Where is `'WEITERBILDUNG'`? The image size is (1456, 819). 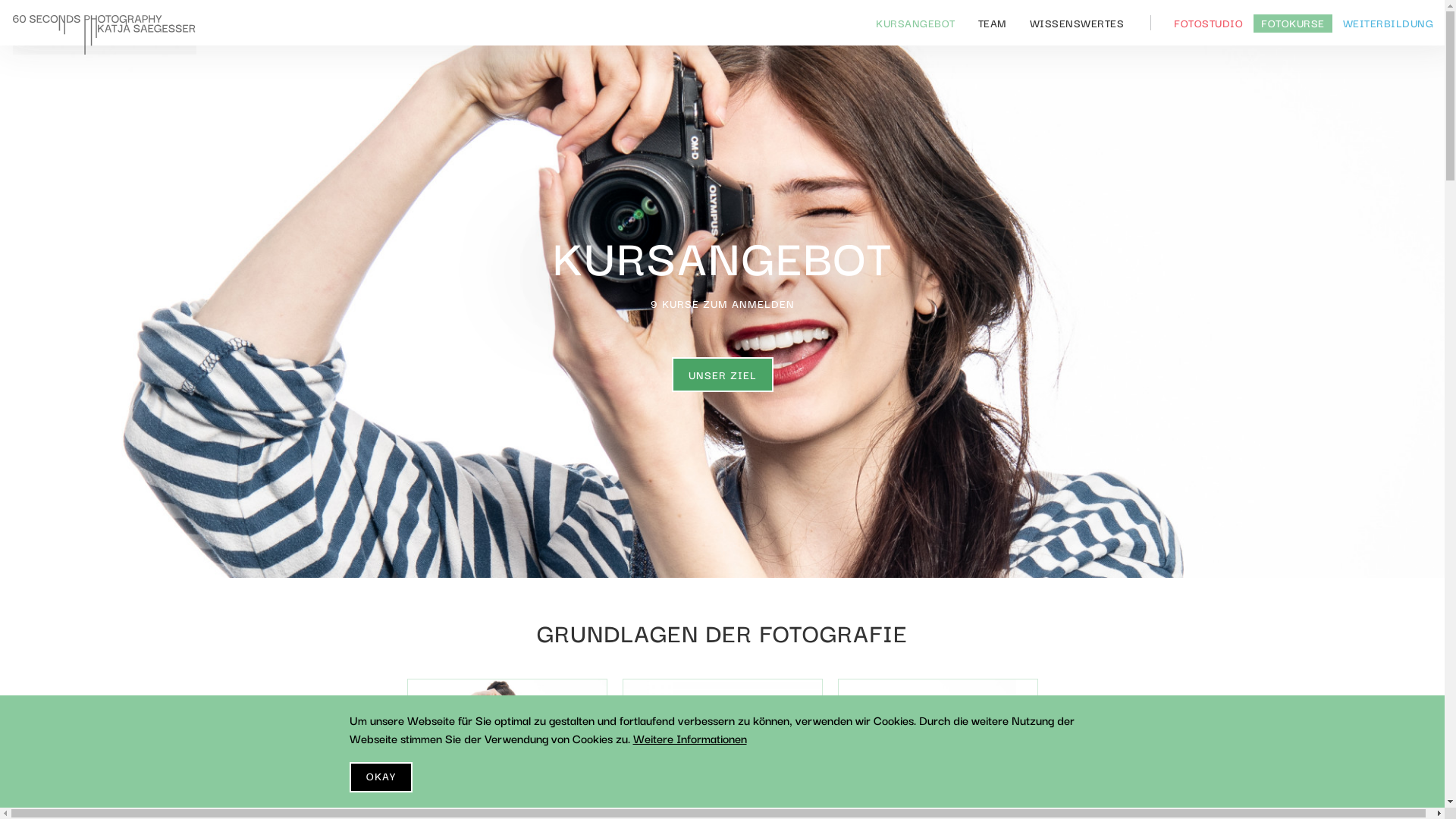 'WEITERBILDUNG' is located at coordinates (1335, 23).